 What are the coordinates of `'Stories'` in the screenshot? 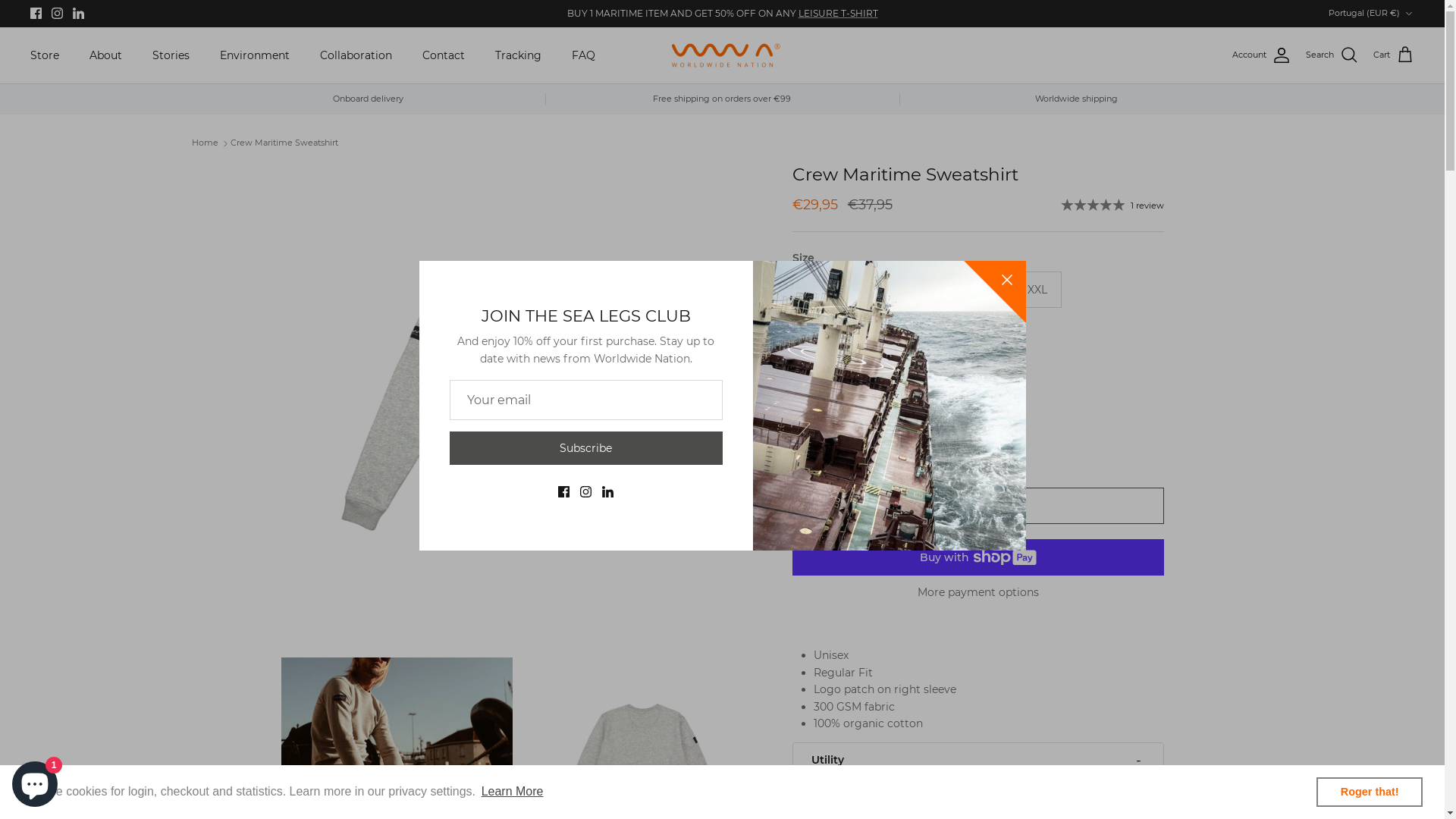 It's located at (171, 55).